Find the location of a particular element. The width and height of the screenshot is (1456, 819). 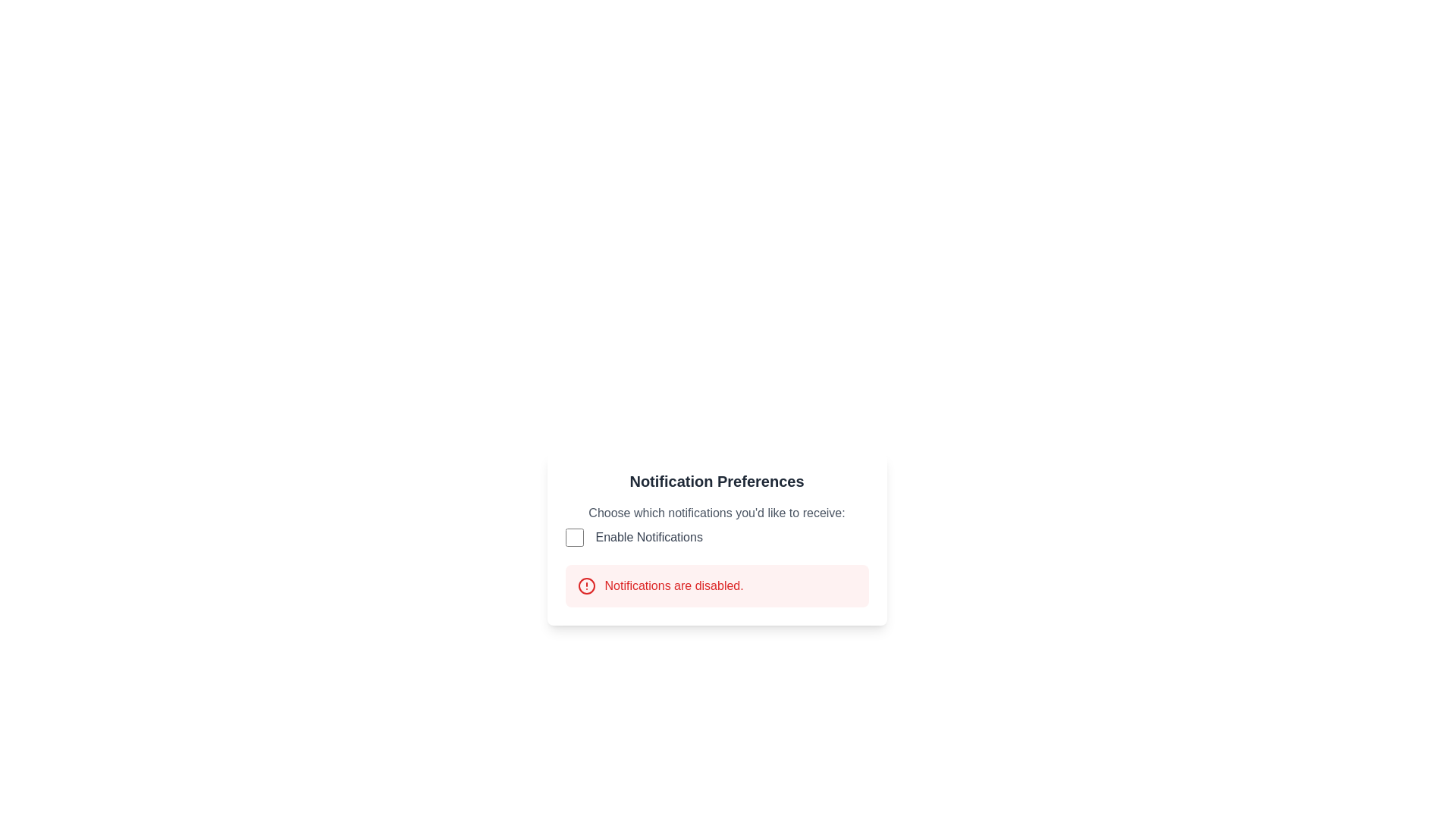

the checkbox labeled 'Enable Notifications' in the 'Notification Preferences' card to check or uncheck it is located at coordinates (573, 537).